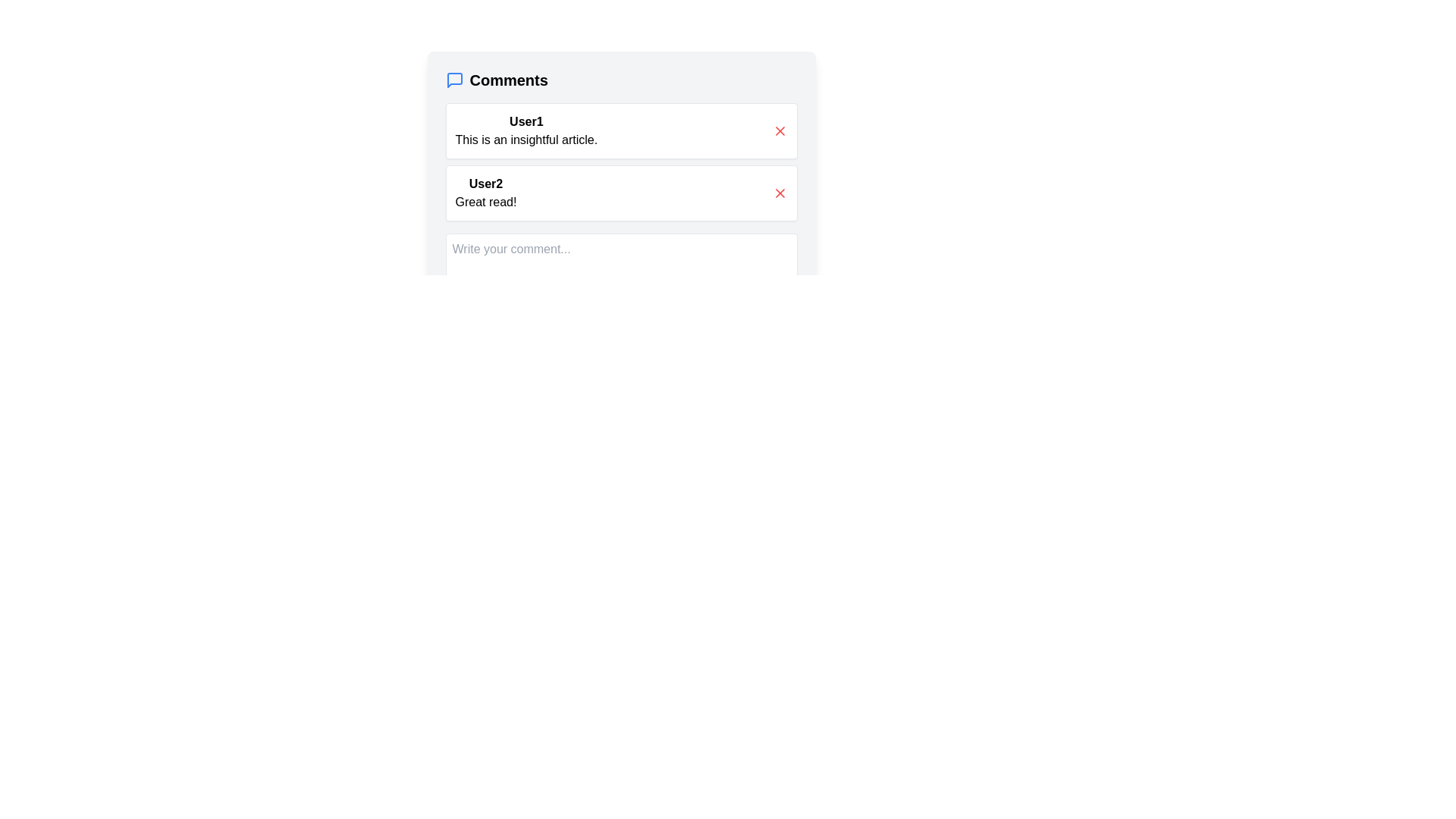 This screenshot has width=1456, height=819. I want to click on text displayed in the label showing the name 'User1', which is positioned at the top-left corner of the user comment box, directly above the comment text, so click(526, 121).